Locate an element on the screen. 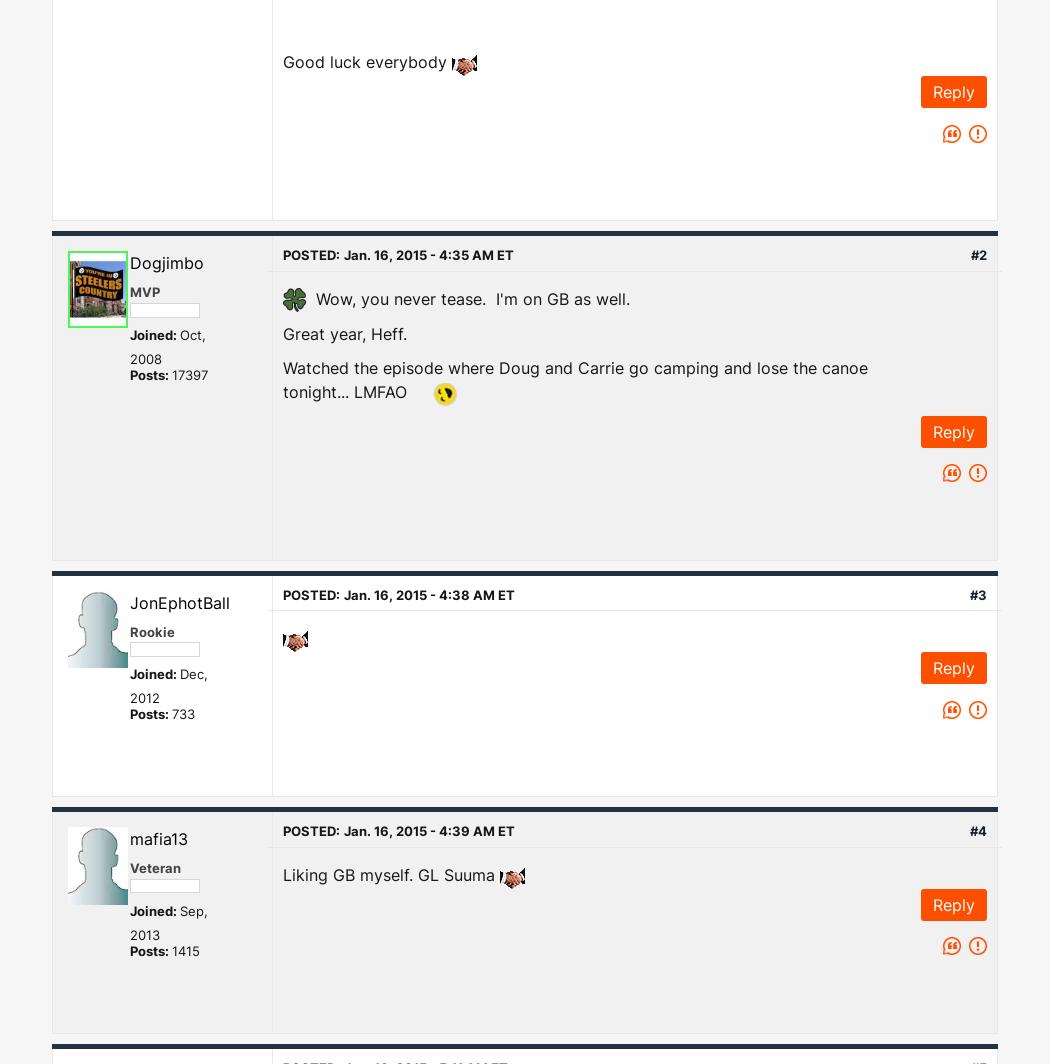 The height and width of the screenshot is (1064, 1050). 'Rookie' is located at coordinates (152, 630).